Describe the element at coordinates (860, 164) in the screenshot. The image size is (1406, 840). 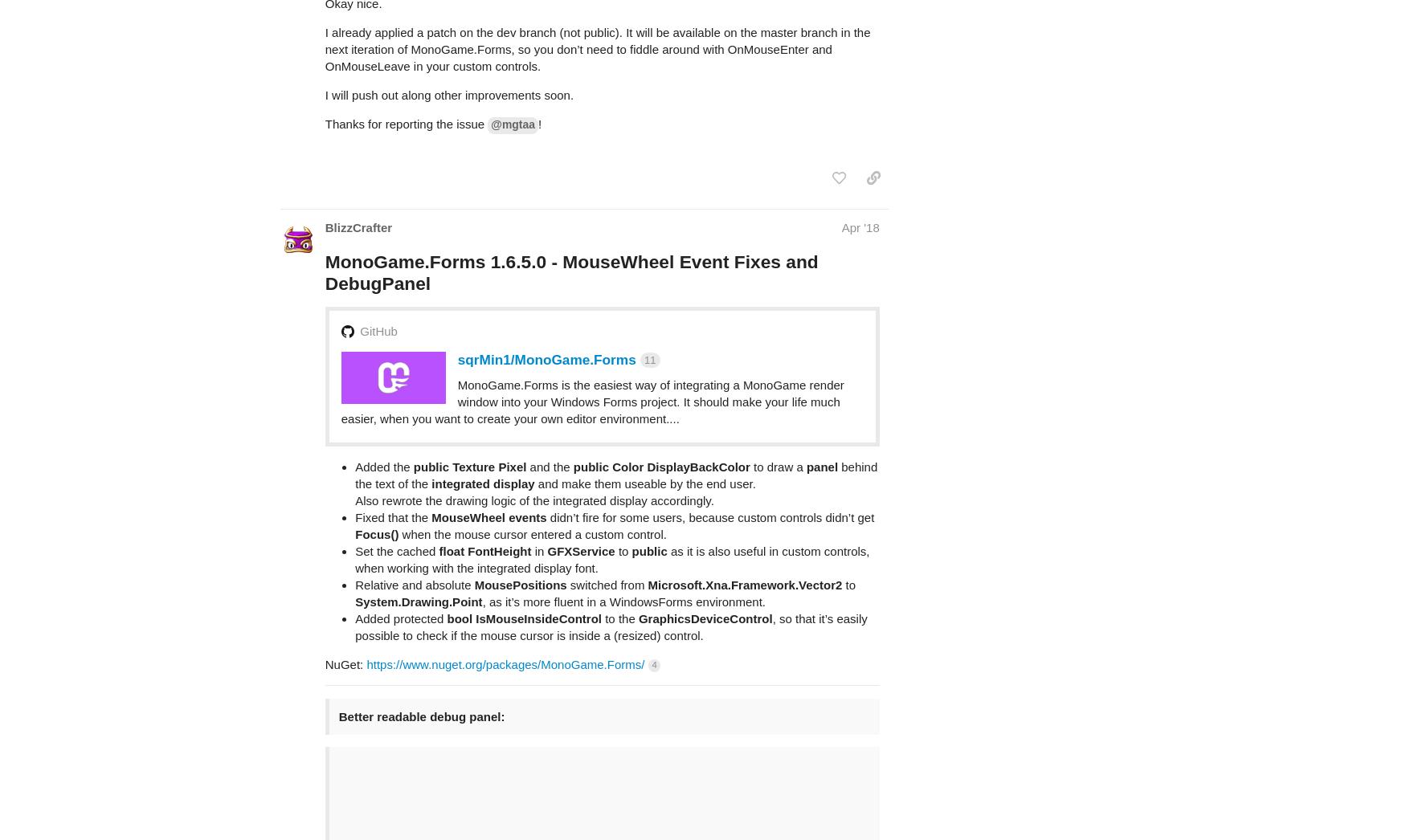
I see `'Apr '18'` at that location.